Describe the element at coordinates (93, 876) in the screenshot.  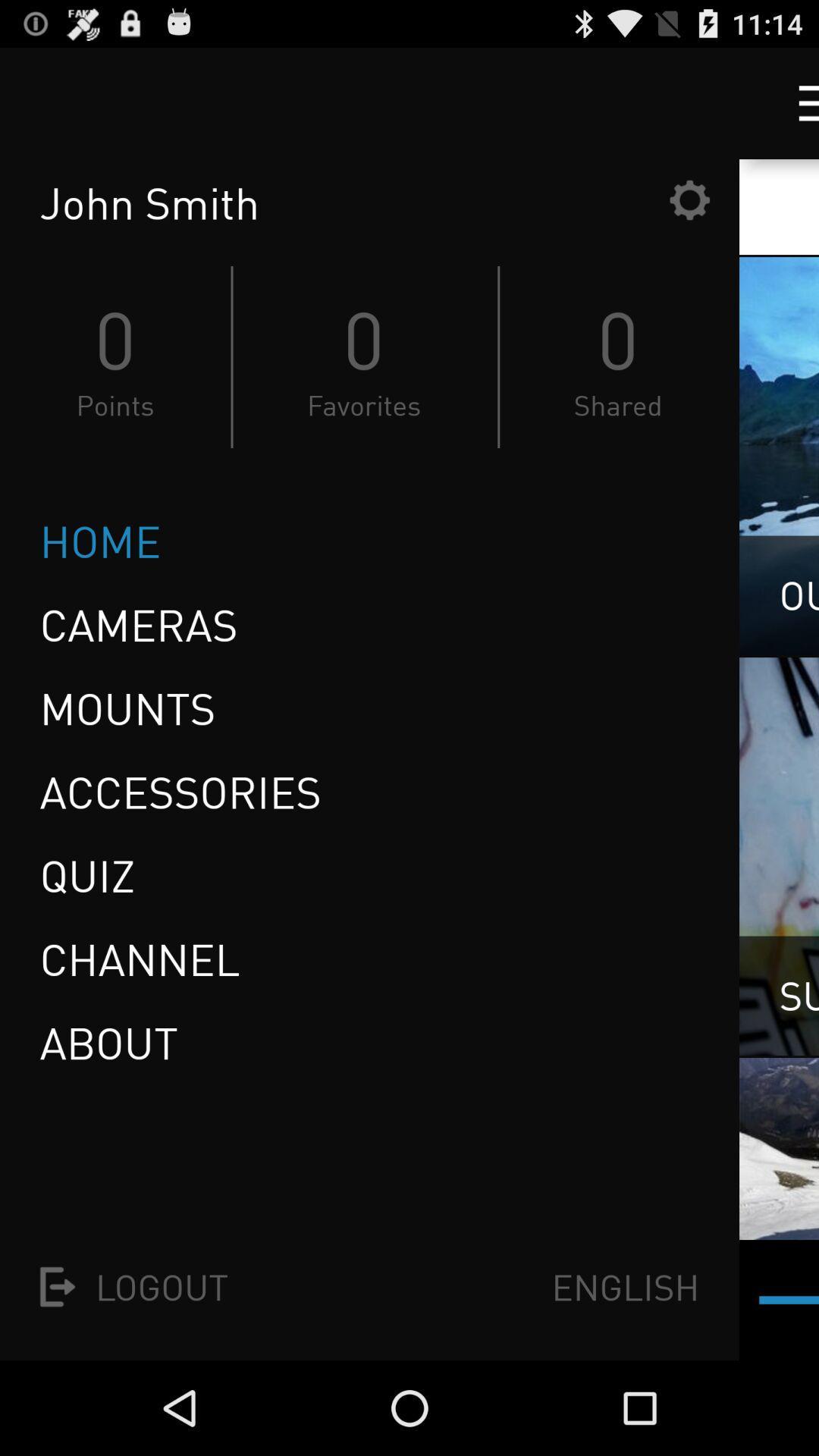
I see `icon above the channel item` at that location.